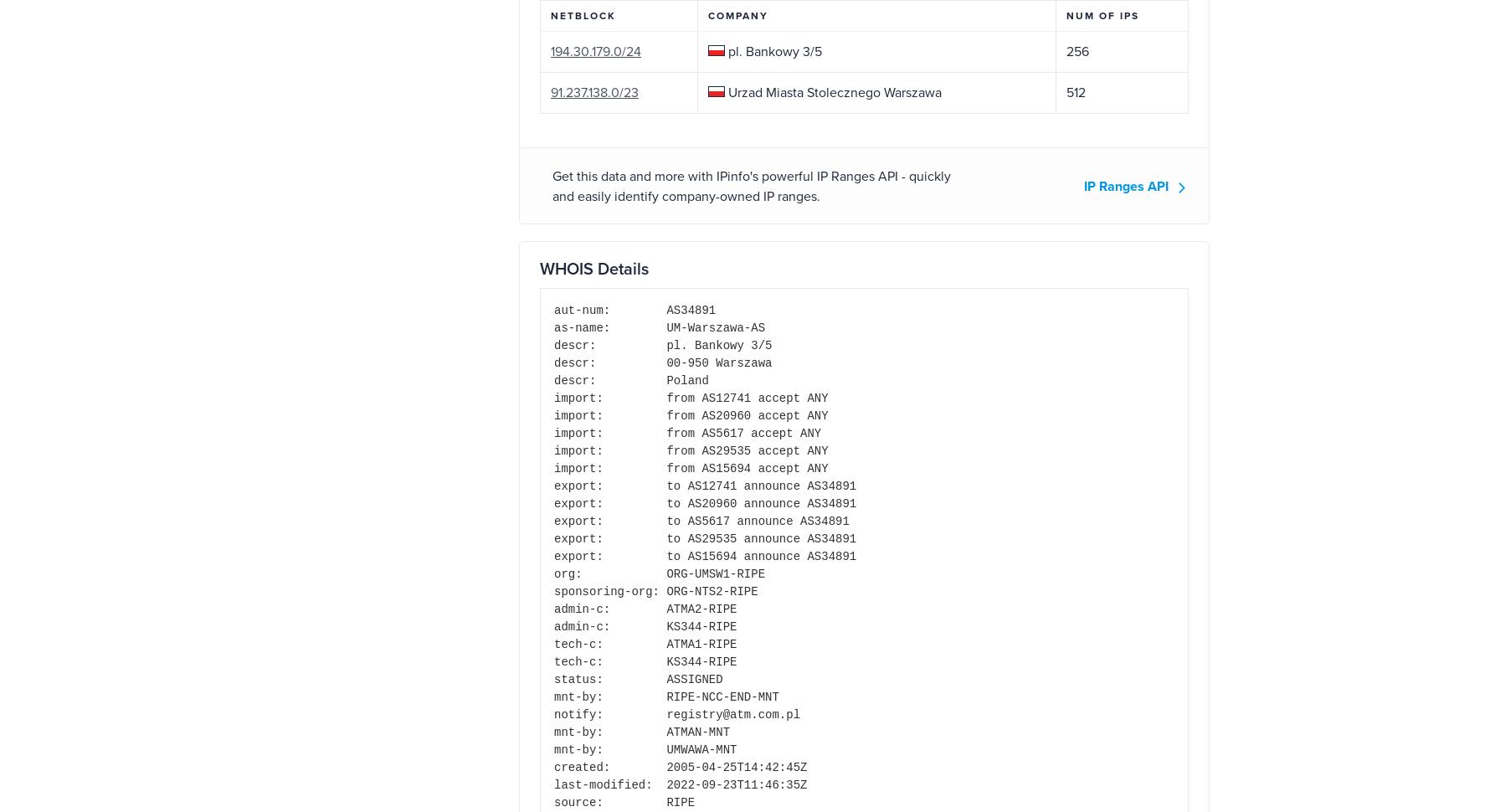 This screenshot has height=812, width=1490. What do you see at coordinates (335, 655) in the screenshot?
I see `'Abuse Contact API'` at bounding box center [335, 655].